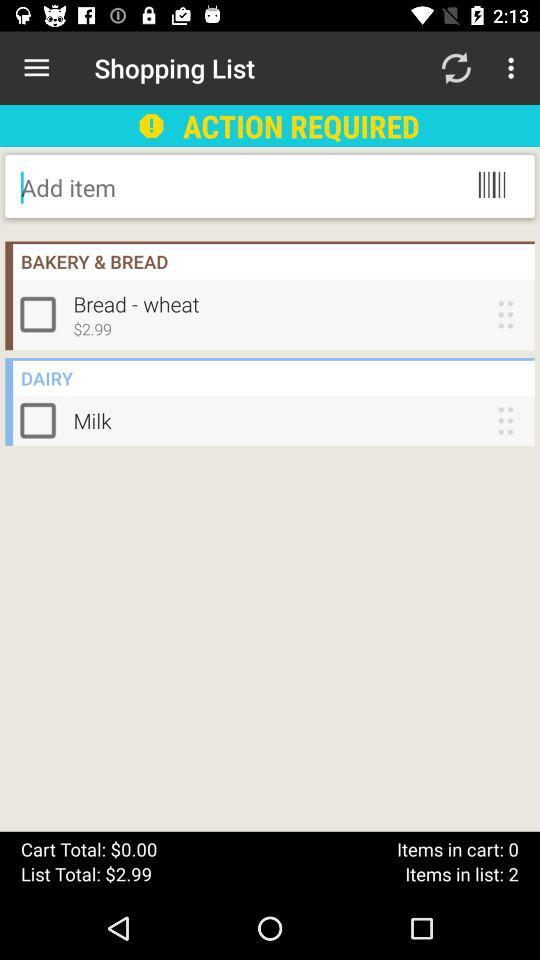 The width and height of the screenshot is (540, 960). I want to click on the icon above action required icon, so click(455, 68).